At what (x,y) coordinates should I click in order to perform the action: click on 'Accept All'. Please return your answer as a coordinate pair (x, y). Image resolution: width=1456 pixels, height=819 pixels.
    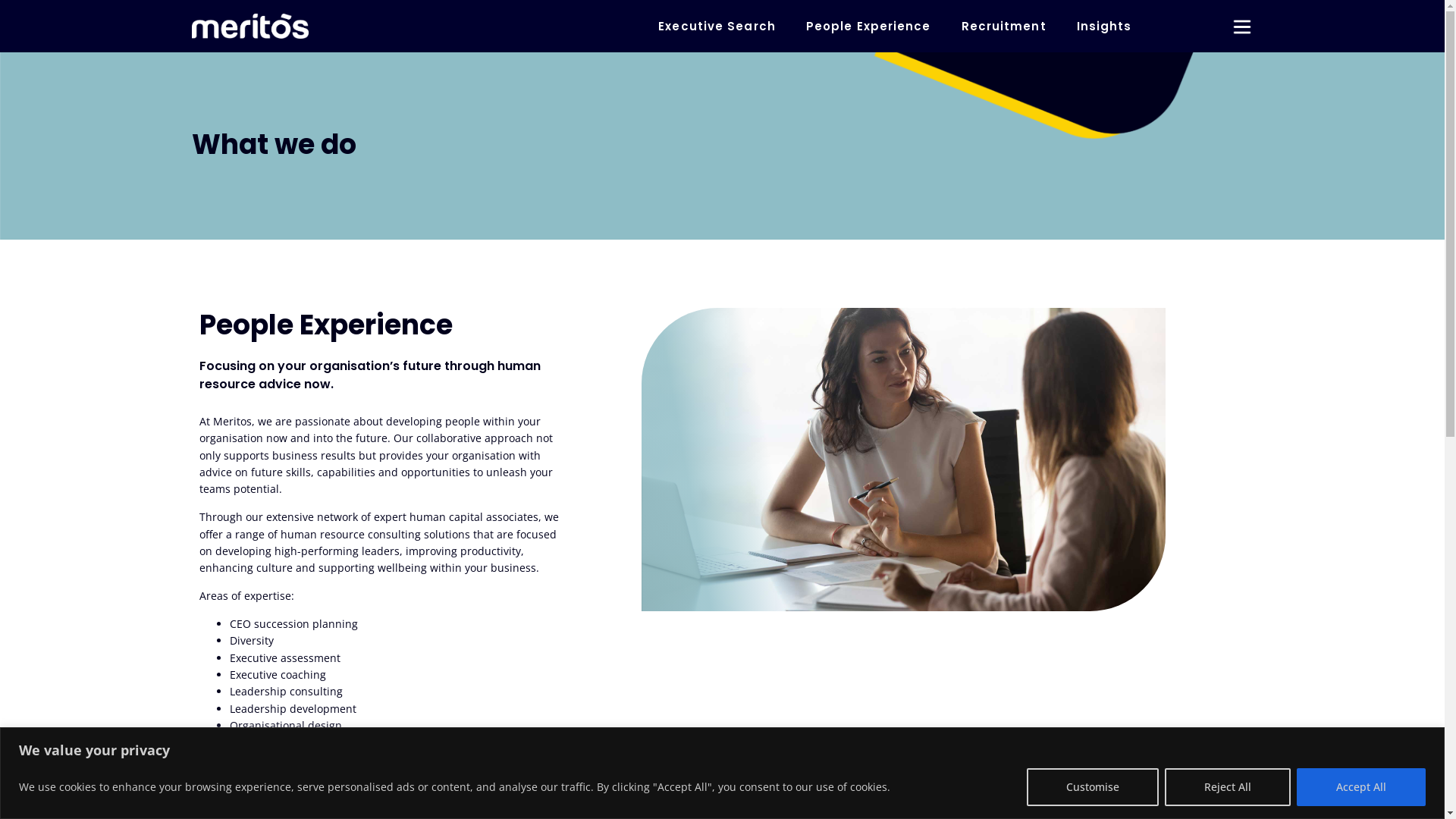
    Looking at the image, I should click on (1295, 786).